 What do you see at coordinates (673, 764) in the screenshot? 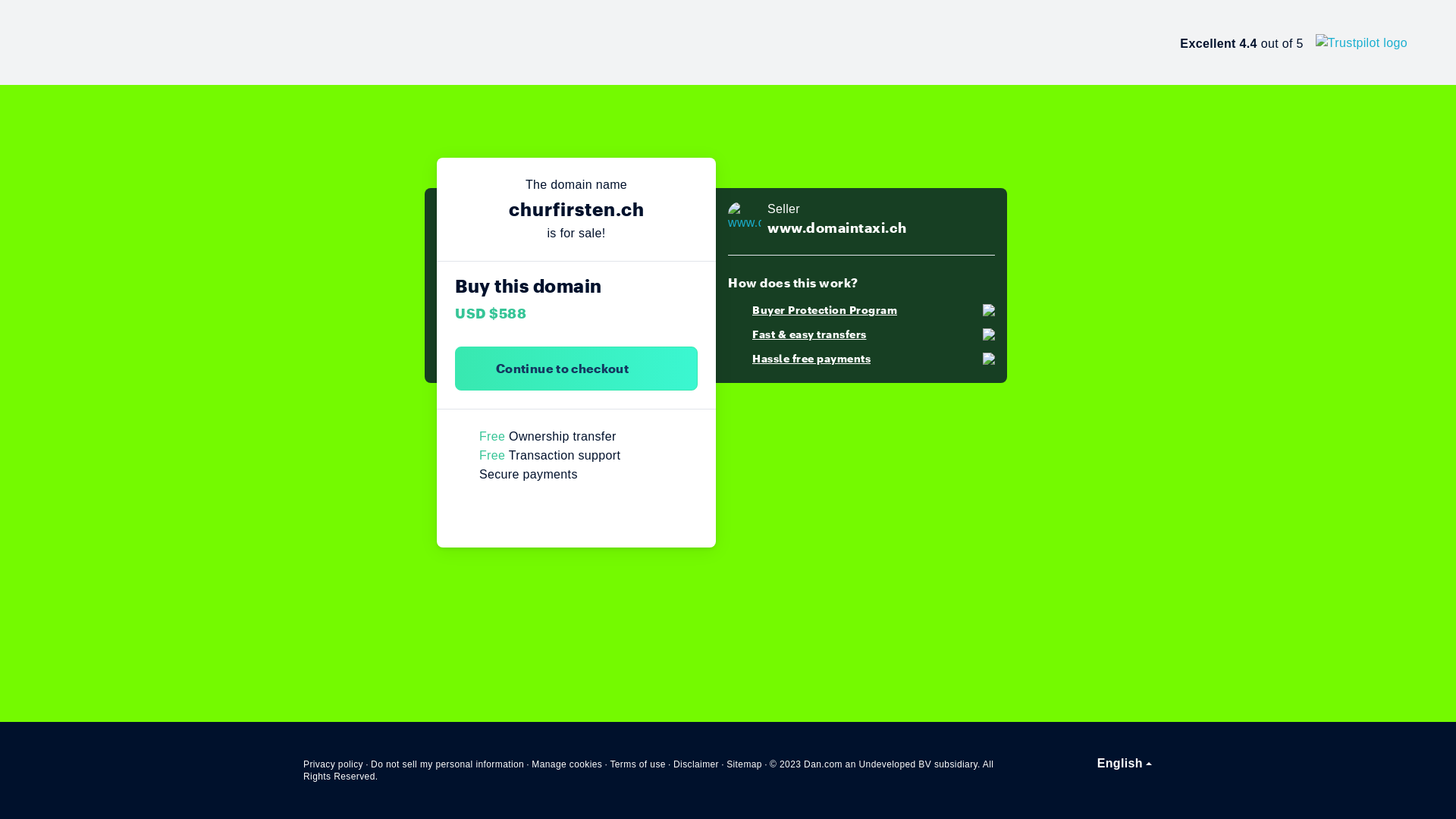
I see `'Disclaimer'` at bounding box center [673, 764].